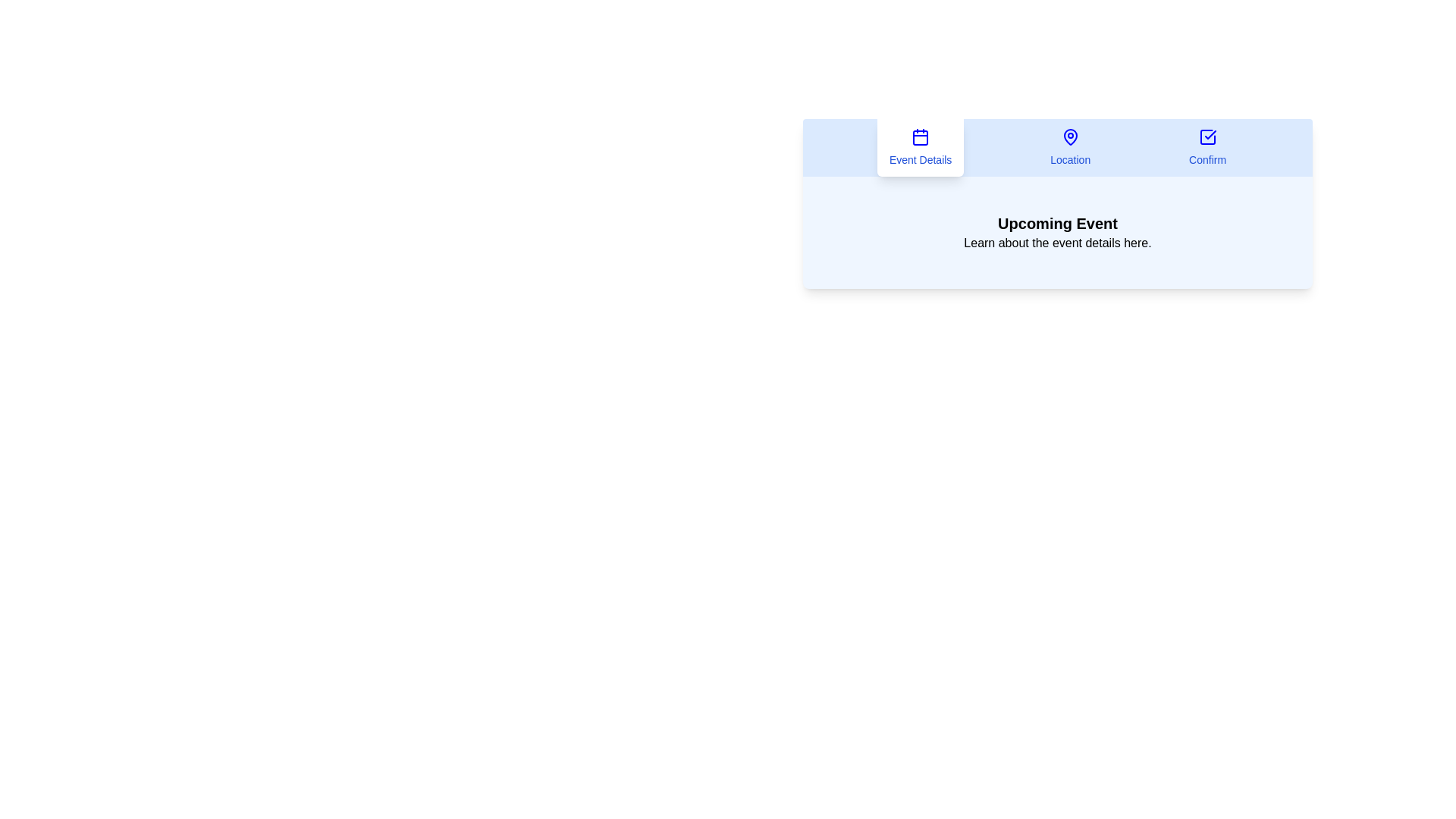 This screenshot has height=819, width=1456. I want to click on the Event Details tab, so click(920, 148).